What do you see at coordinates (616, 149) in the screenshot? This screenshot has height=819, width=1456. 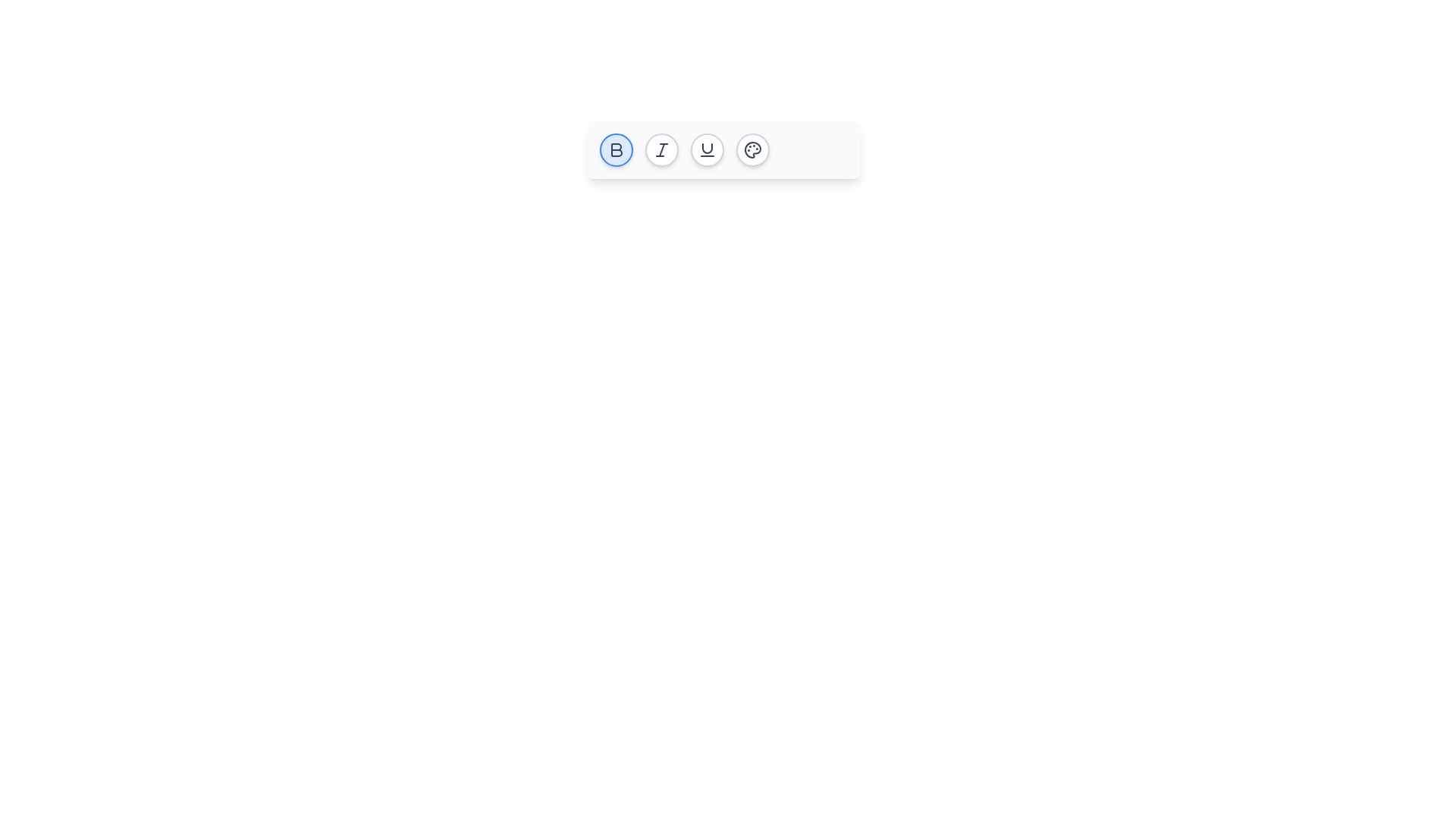 I see `the bold text toggle button located at the top-left of the horizontal toolbar to apply or remove bold styling to the highlighted text` at bounding box center [616, 149].